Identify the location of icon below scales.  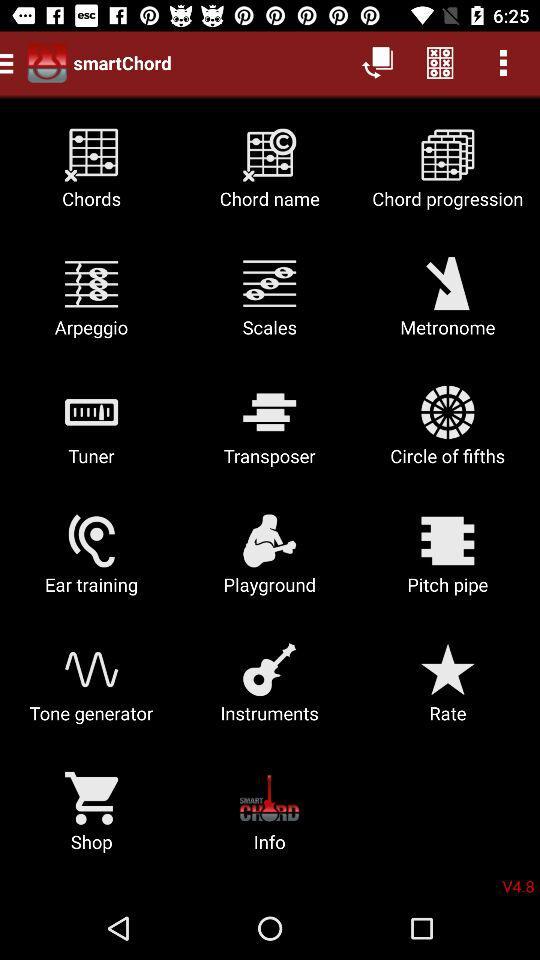
(447, 433).